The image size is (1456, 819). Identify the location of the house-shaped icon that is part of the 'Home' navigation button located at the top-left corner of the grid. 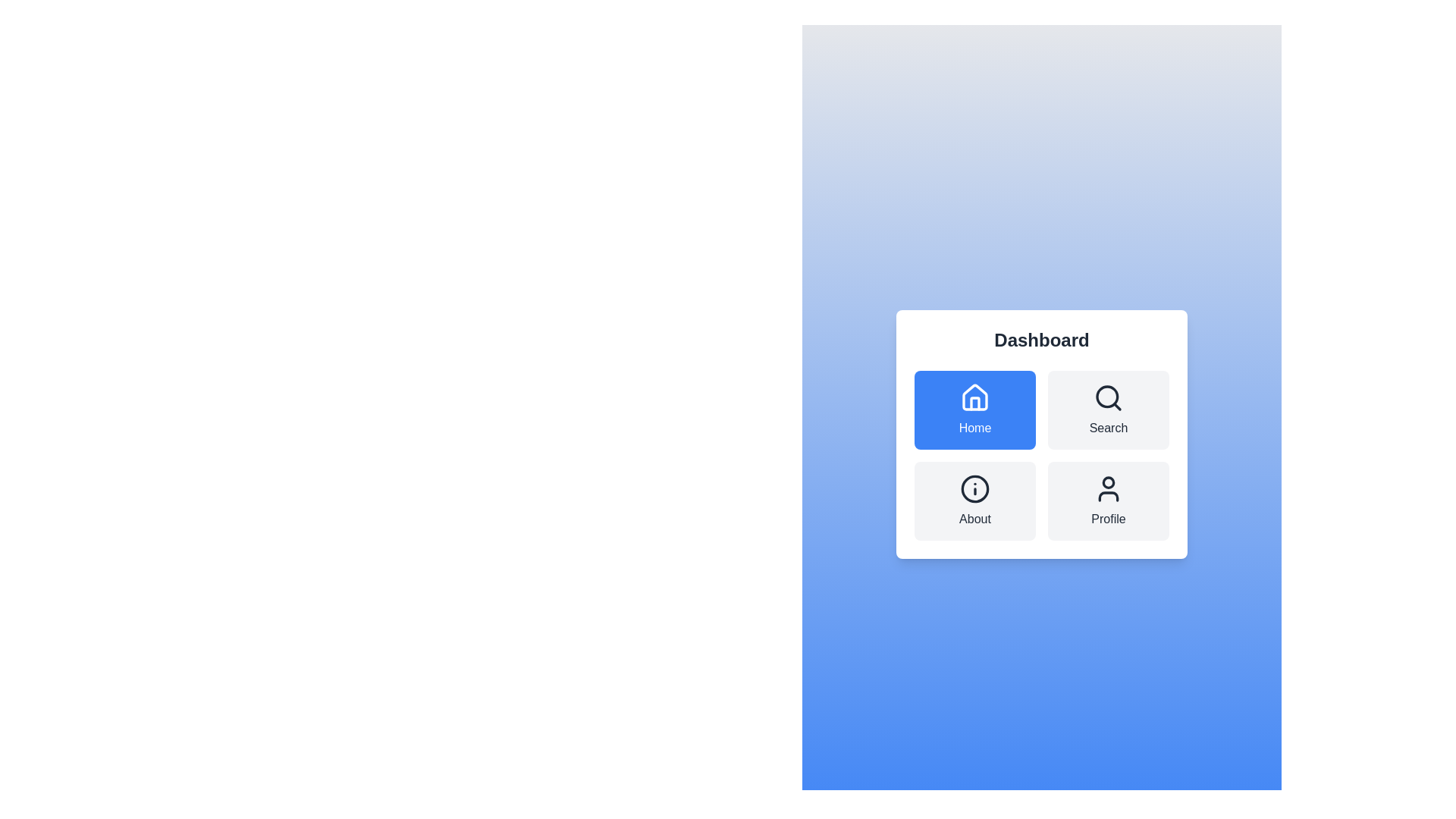
(975, 397).